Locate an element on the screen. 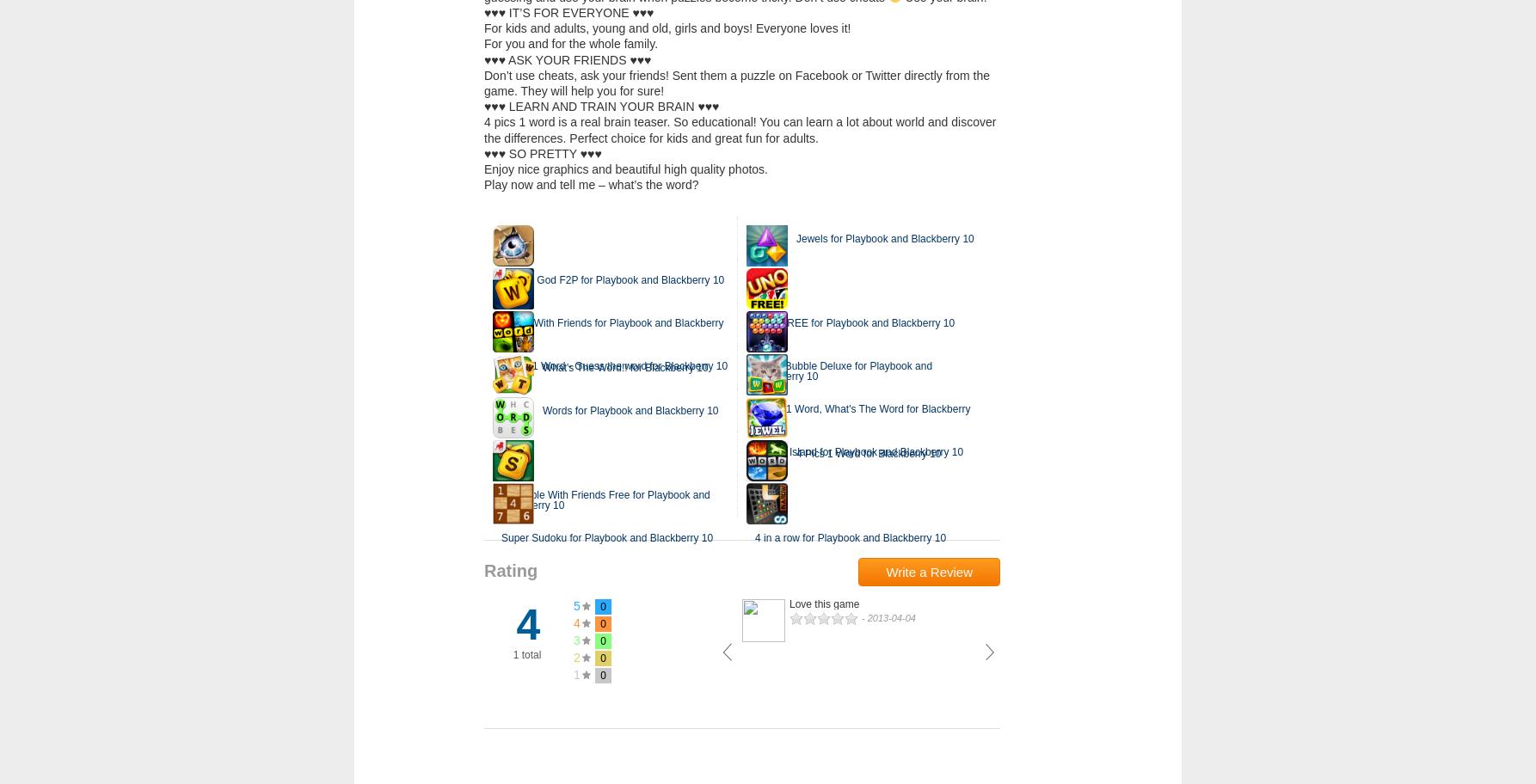  '4 in a row for Playbook and Blackberry 10' is located at coordinates (851, 537).